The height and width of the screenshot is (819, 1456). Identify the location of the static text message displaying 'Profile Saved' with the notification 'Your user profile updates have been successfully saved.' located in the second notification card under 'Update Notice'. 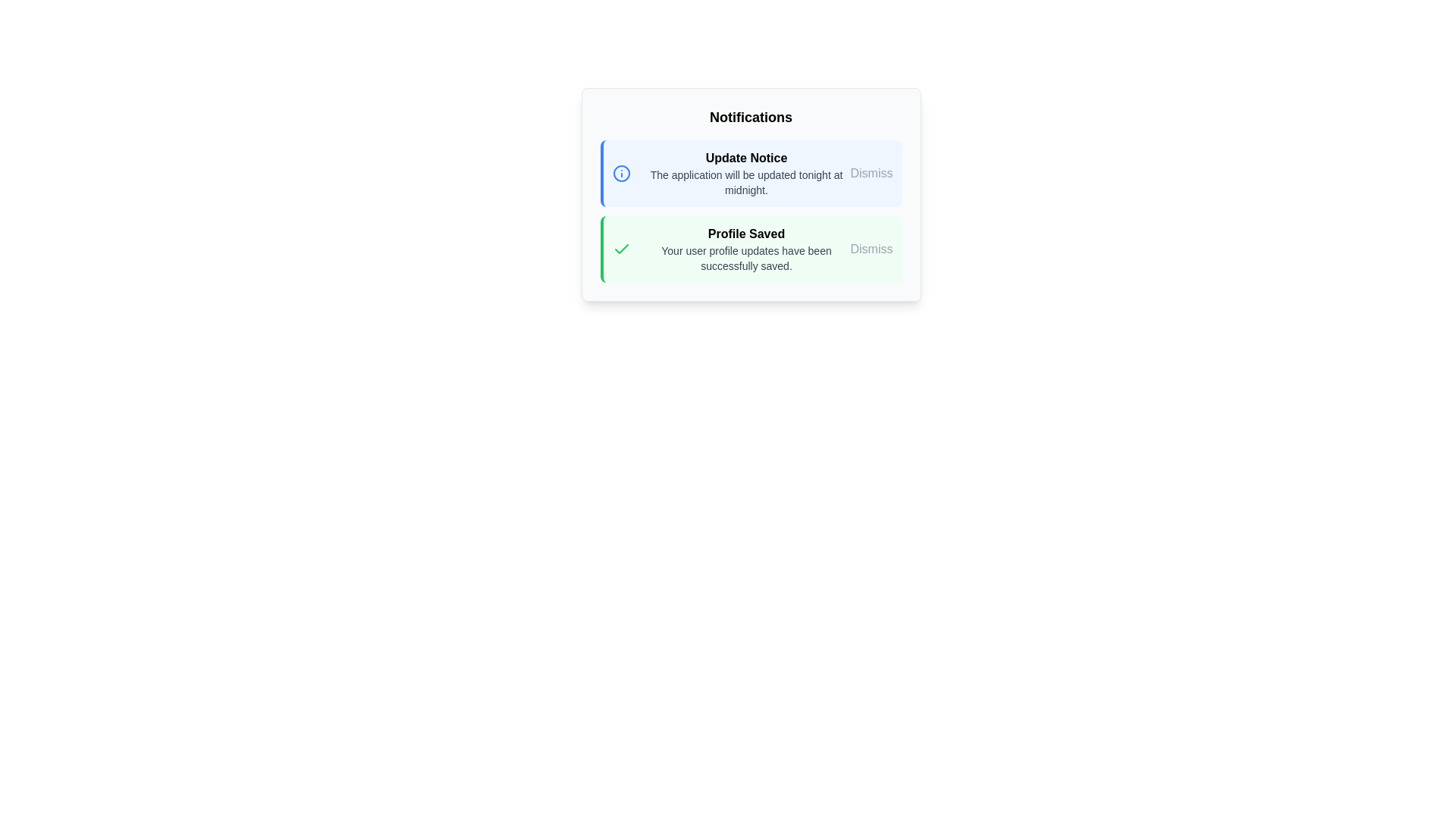
(746, 248).